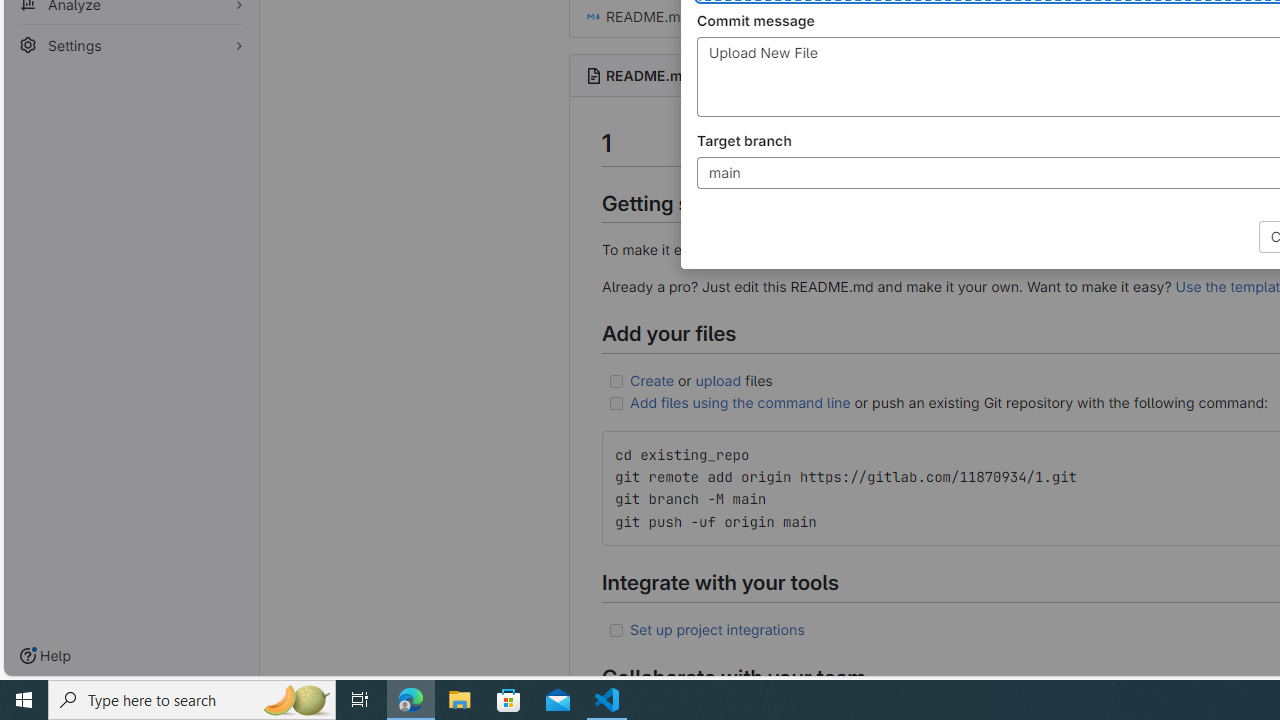 This screenshot has width=1280, height=720. Describe the element at coordinates (615, 630) in the screenshot. I see `'Class: task-list-item-checkbox'` at that location.